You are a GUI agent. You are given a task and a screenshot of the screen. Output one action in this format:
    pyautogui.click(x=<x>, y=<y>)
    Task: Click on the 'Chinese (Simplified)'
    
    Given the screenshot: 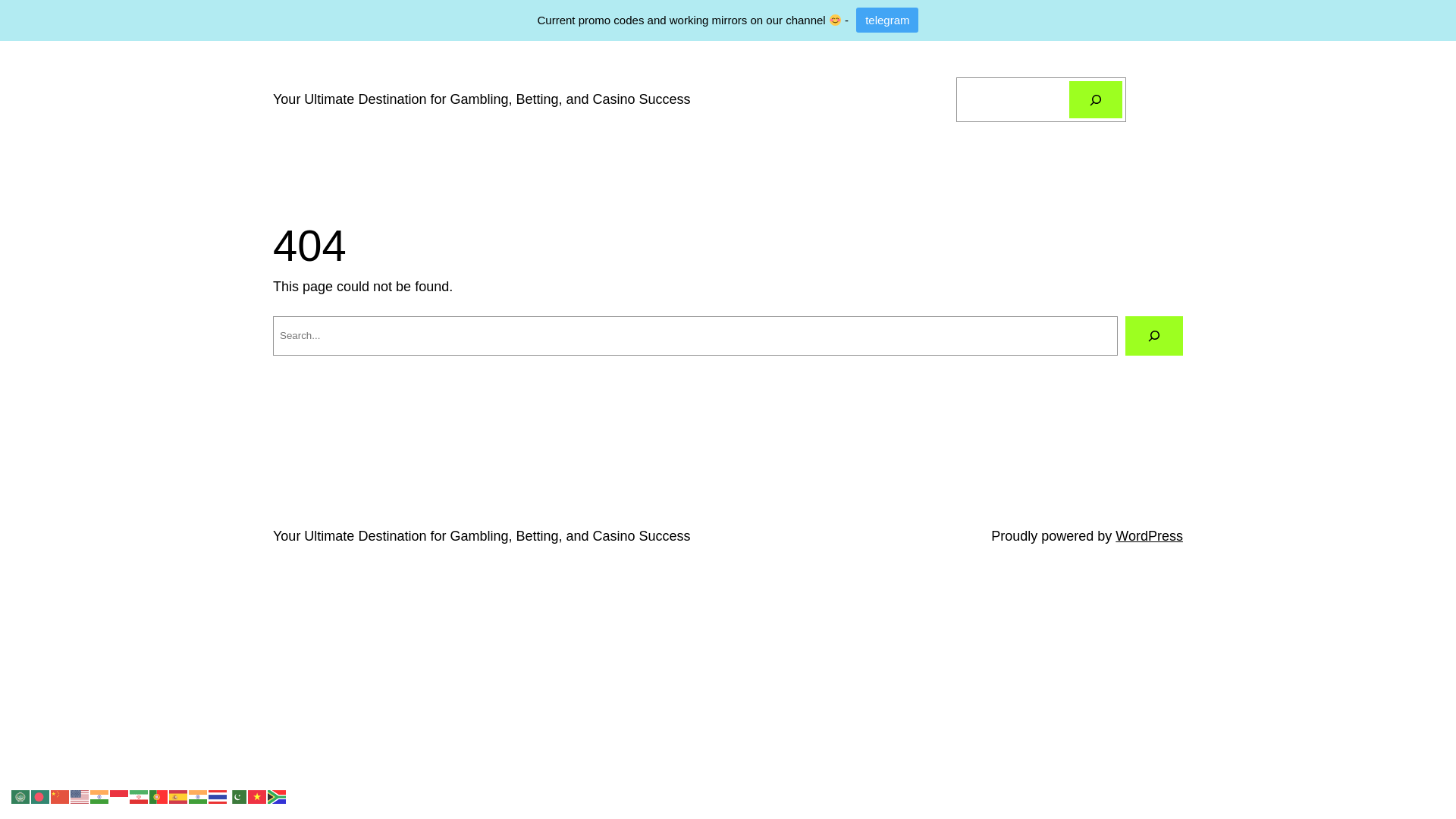 What is the action you would take?
    pyautogui.click(x=51, y=795)
    